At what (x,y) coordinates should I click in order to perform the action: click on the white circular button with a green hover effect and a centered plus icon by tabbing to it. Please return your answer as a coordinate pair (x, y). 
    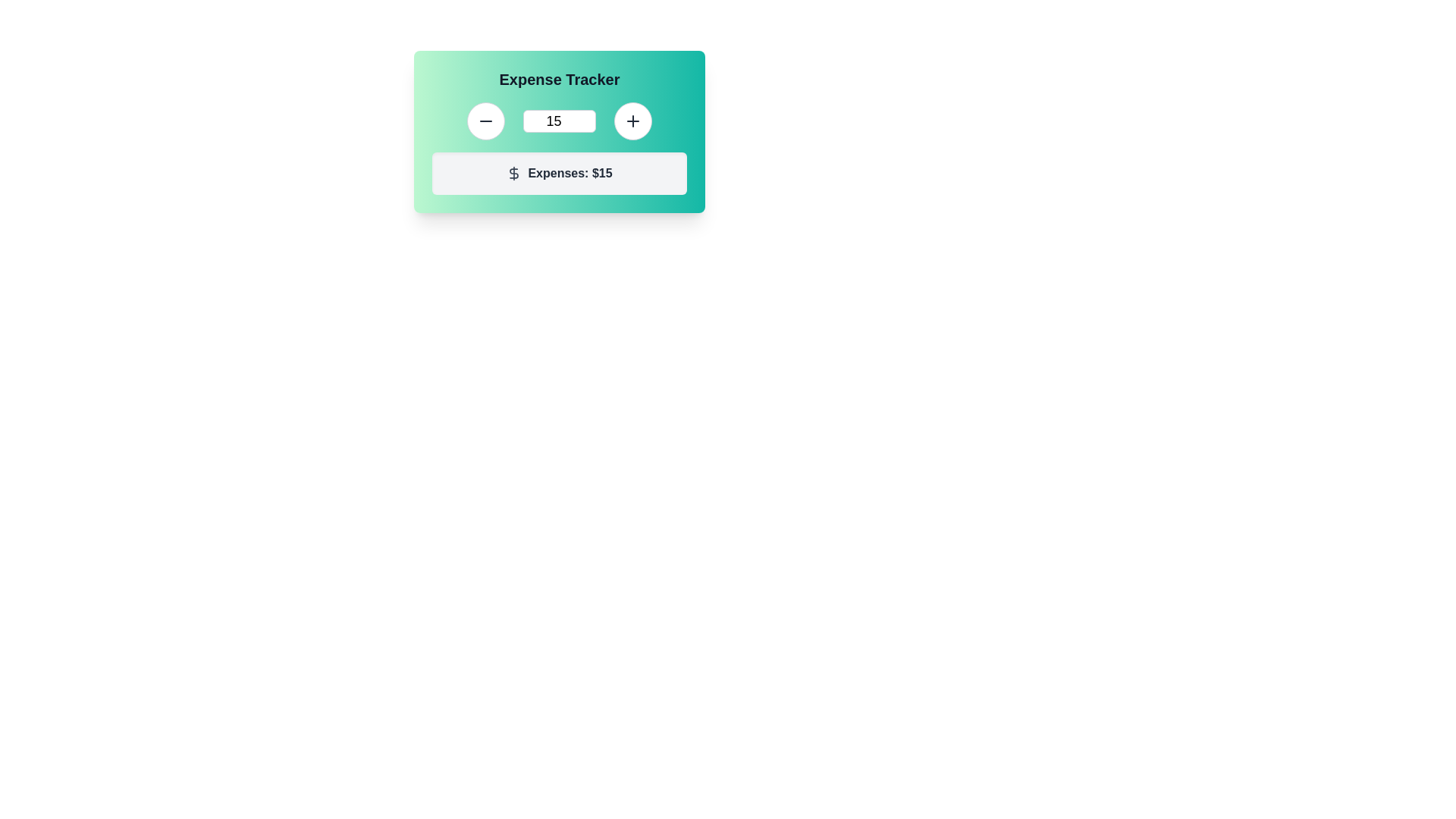
    Looking at the image, I should click on (633, 120).